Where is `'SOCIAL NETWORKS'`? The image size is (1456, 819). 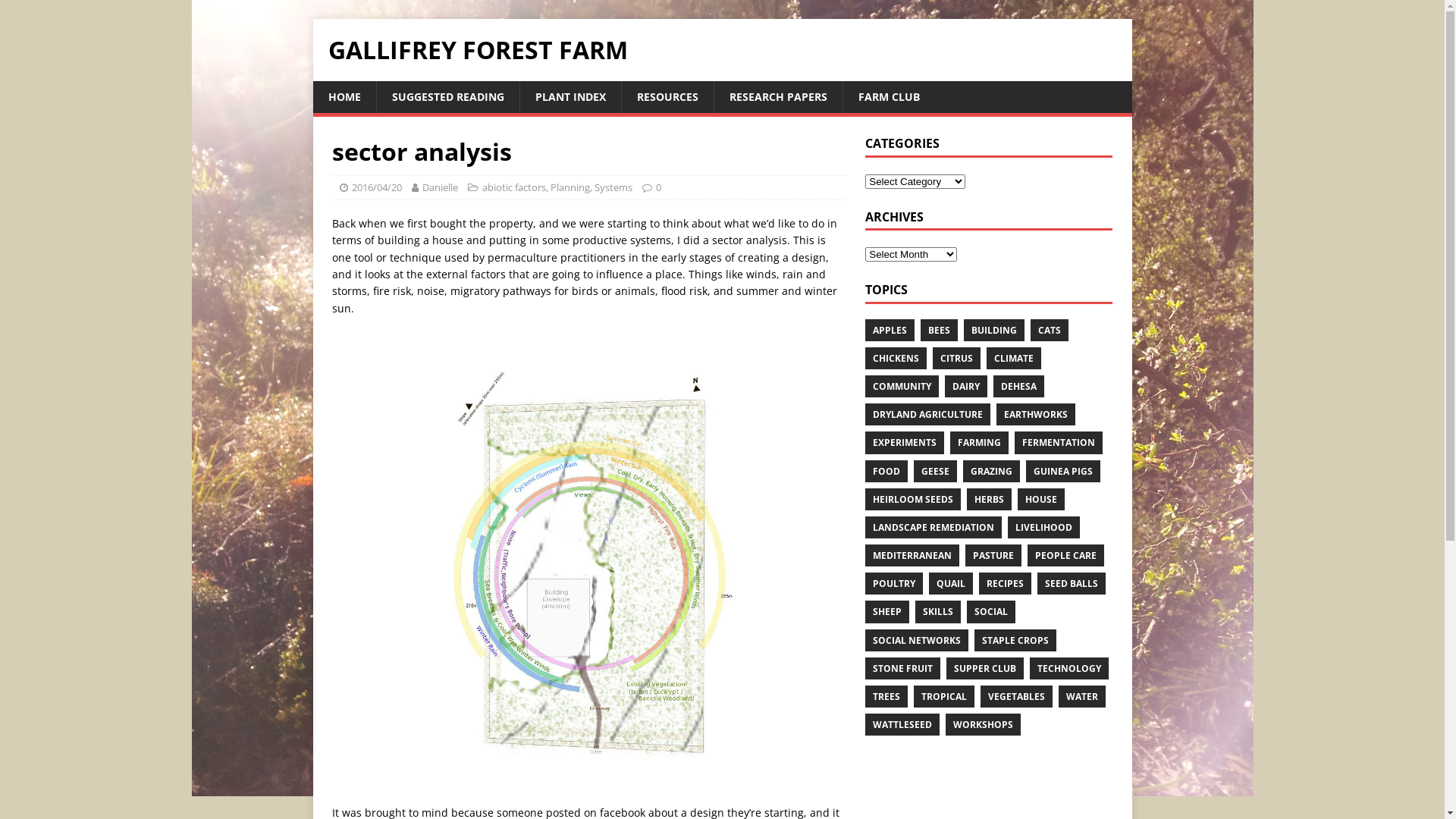 'SOCIAL NETWORKS' is located at coordinates (916, 640).